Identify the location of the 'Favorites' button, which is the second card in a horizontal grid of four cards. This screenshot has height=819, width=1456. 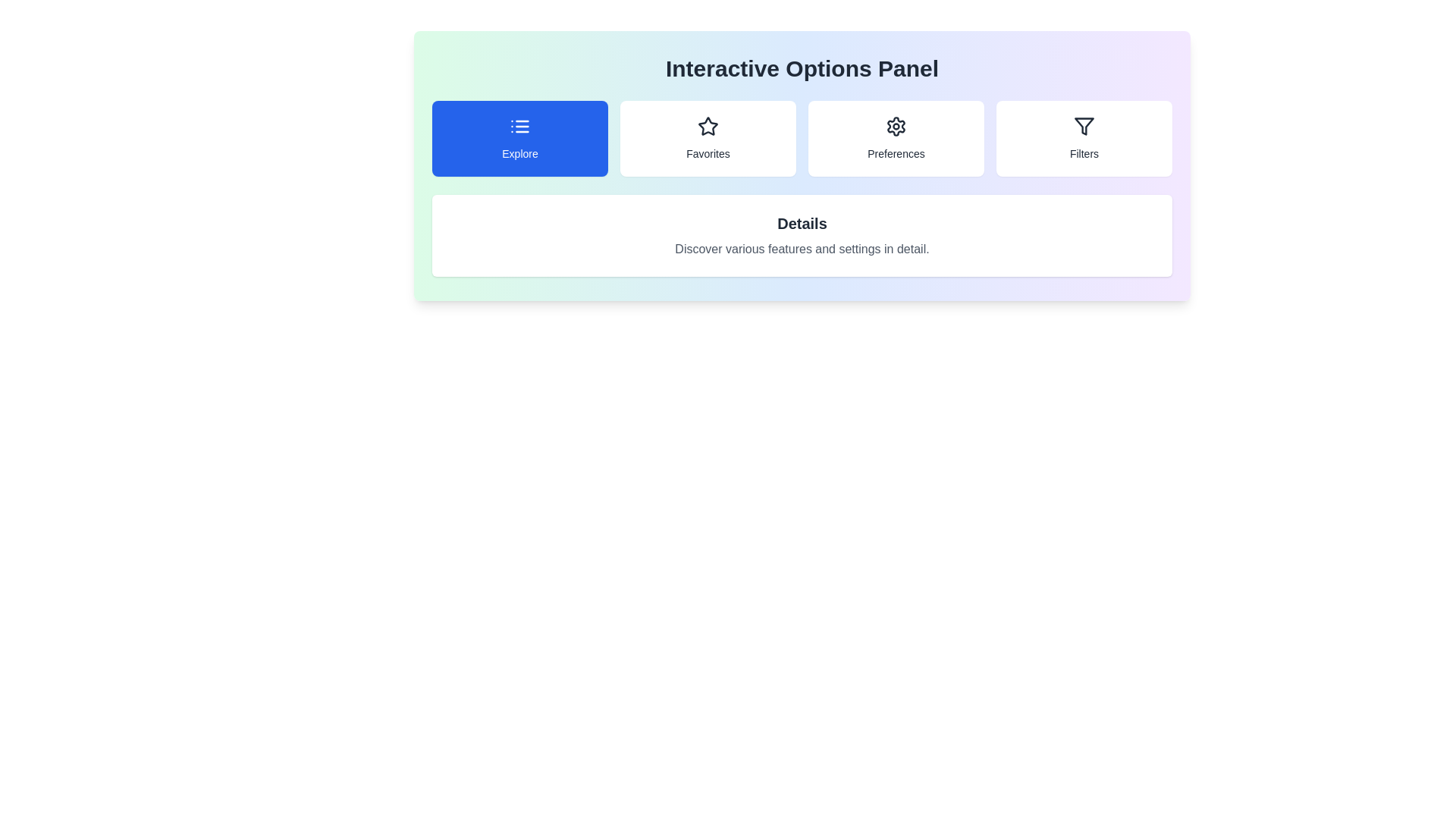
(708, 138).